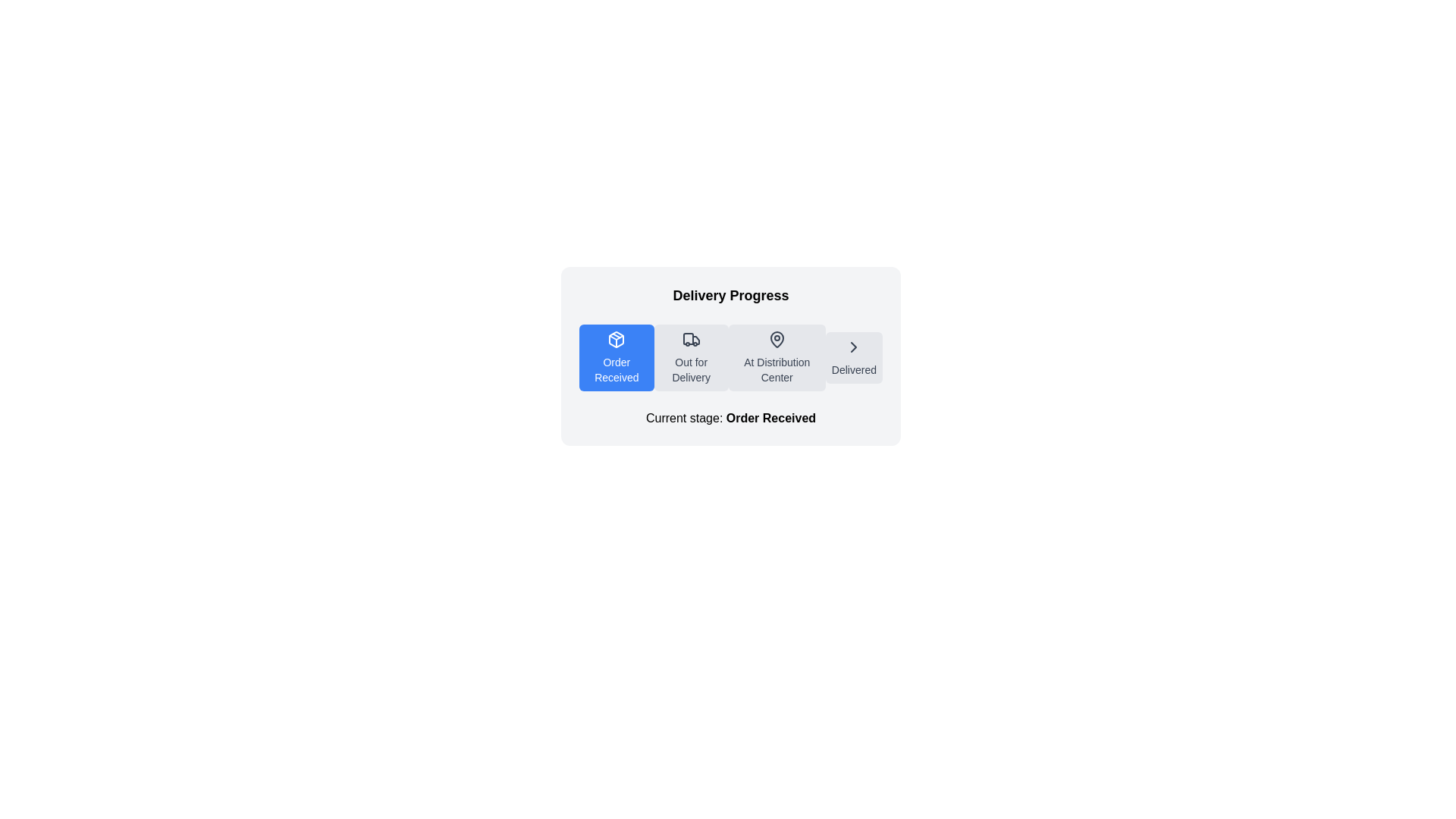 The image size is (1456, 819). What do you see at coordinates (854, 357) in the screenshot?
I see `the 'Delivered' button with a light gray background and dark gray text, which is the last item in the horizontally aligned progress tracker` at bounding box center [854, 357].